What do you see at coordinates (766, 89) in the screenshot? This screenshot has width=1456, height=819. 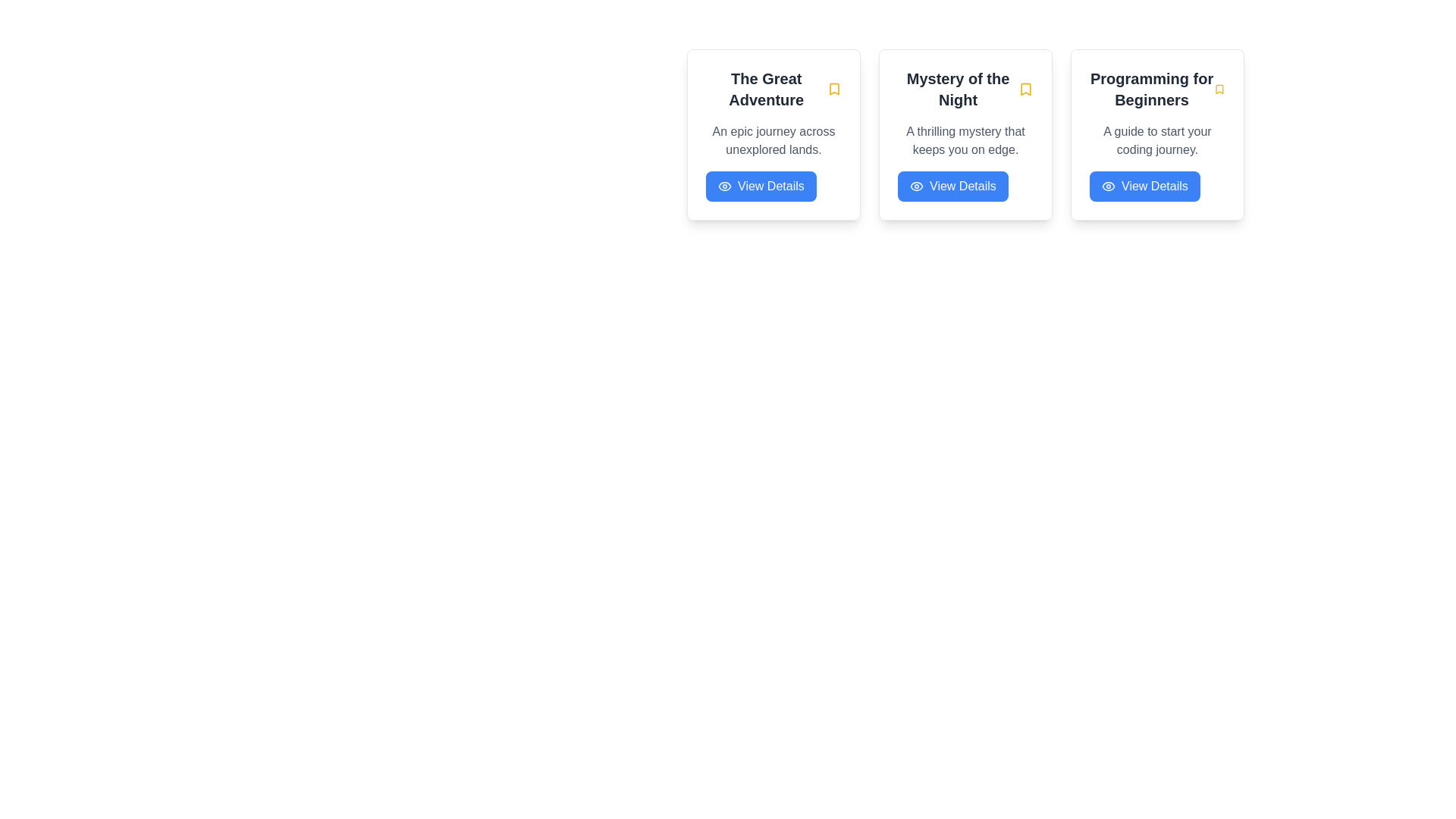 I see `the bold text that reads 'The Great Adventure', located at the top center of the leftmost card among three horizontally aligned cards` at bounding box center [766, 89].